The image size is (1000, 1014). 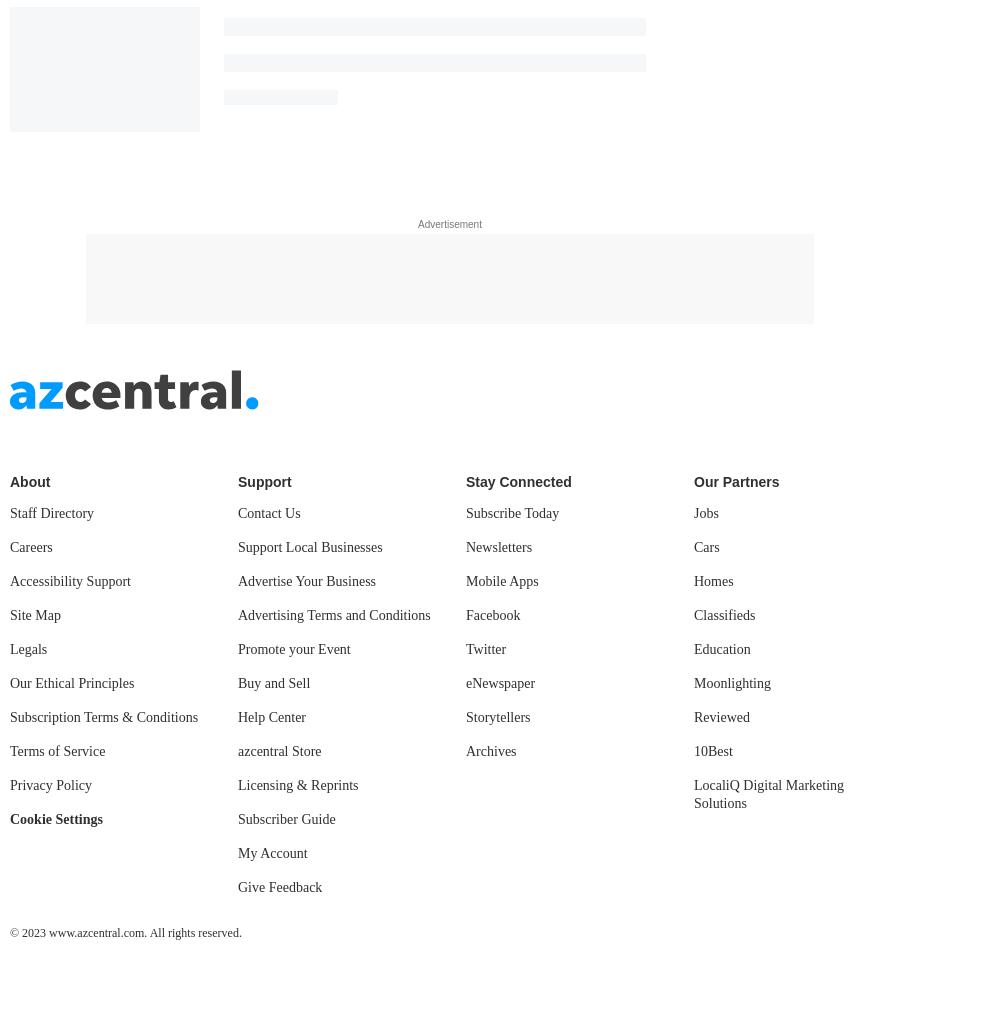 I want to click on 'My Account', so click(x=237, y=851).